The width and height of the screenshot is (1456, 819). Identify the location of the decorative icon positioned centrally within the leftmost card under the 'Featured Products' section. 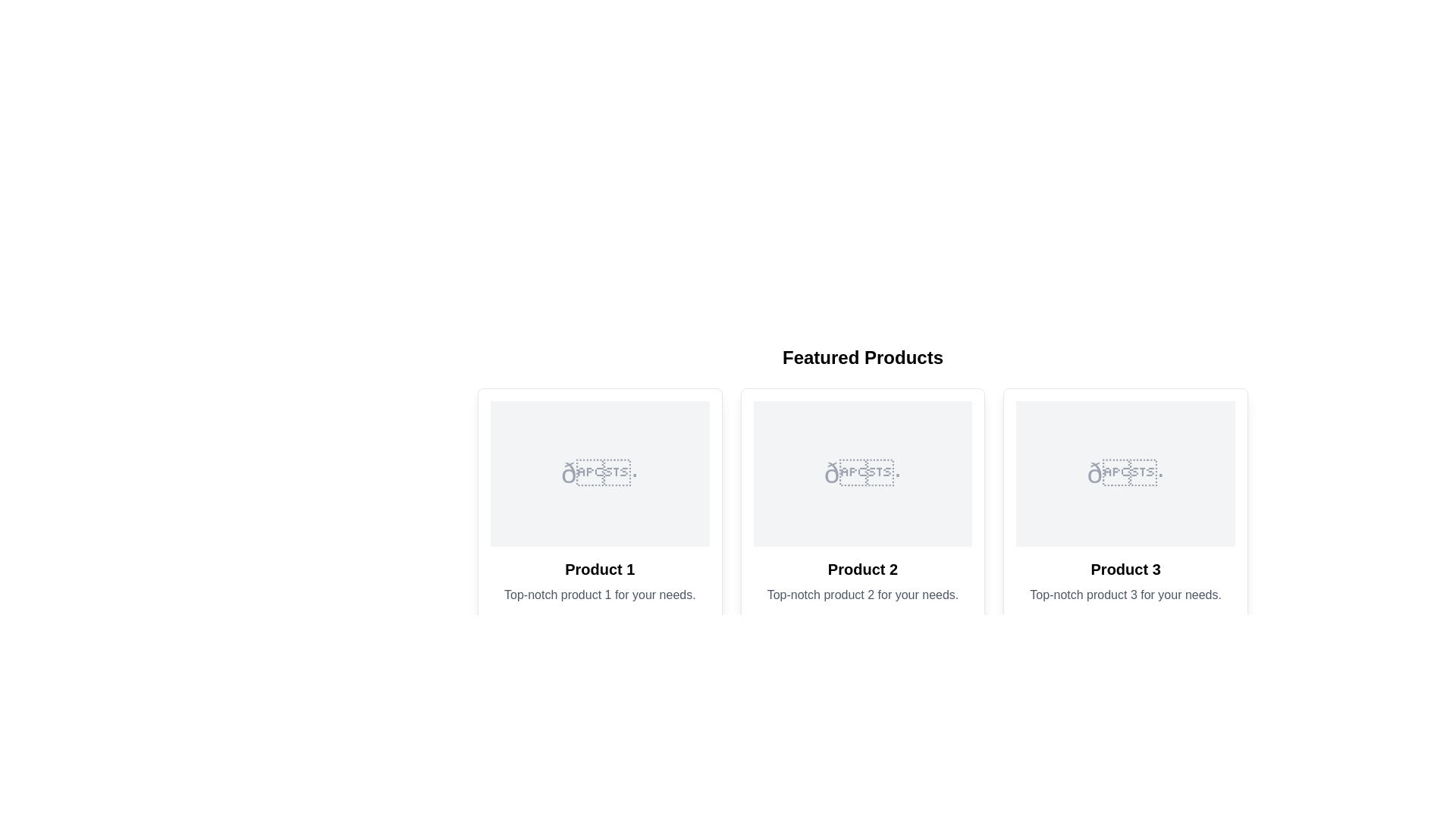
(599, 472).